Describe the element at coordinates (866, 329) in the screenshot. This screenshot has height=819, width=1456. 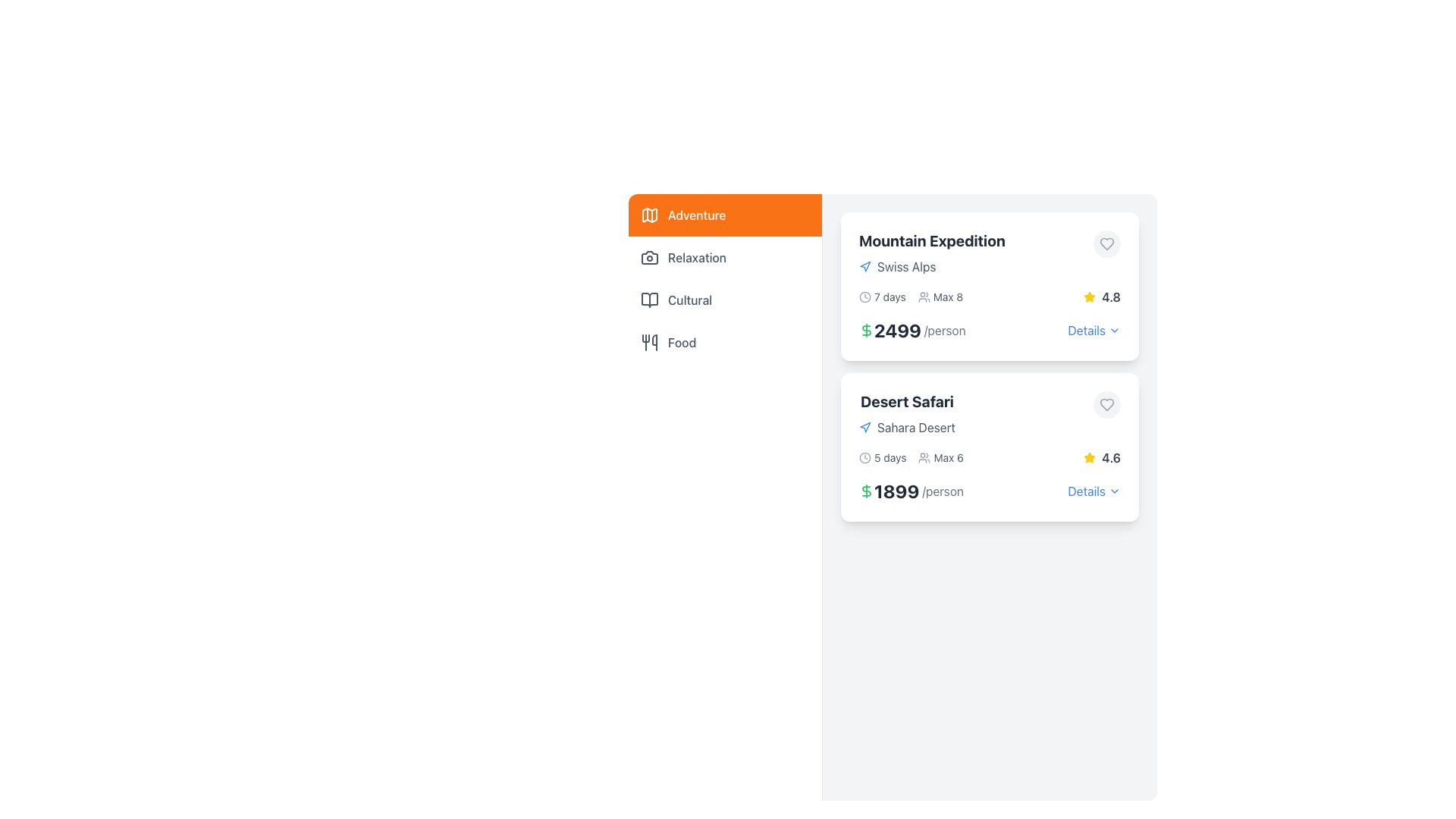
I see `price information associated with the green dollar-sign icon located to the left of the text '2499/person' in the 'Mountain Expedition' details section` at that location.